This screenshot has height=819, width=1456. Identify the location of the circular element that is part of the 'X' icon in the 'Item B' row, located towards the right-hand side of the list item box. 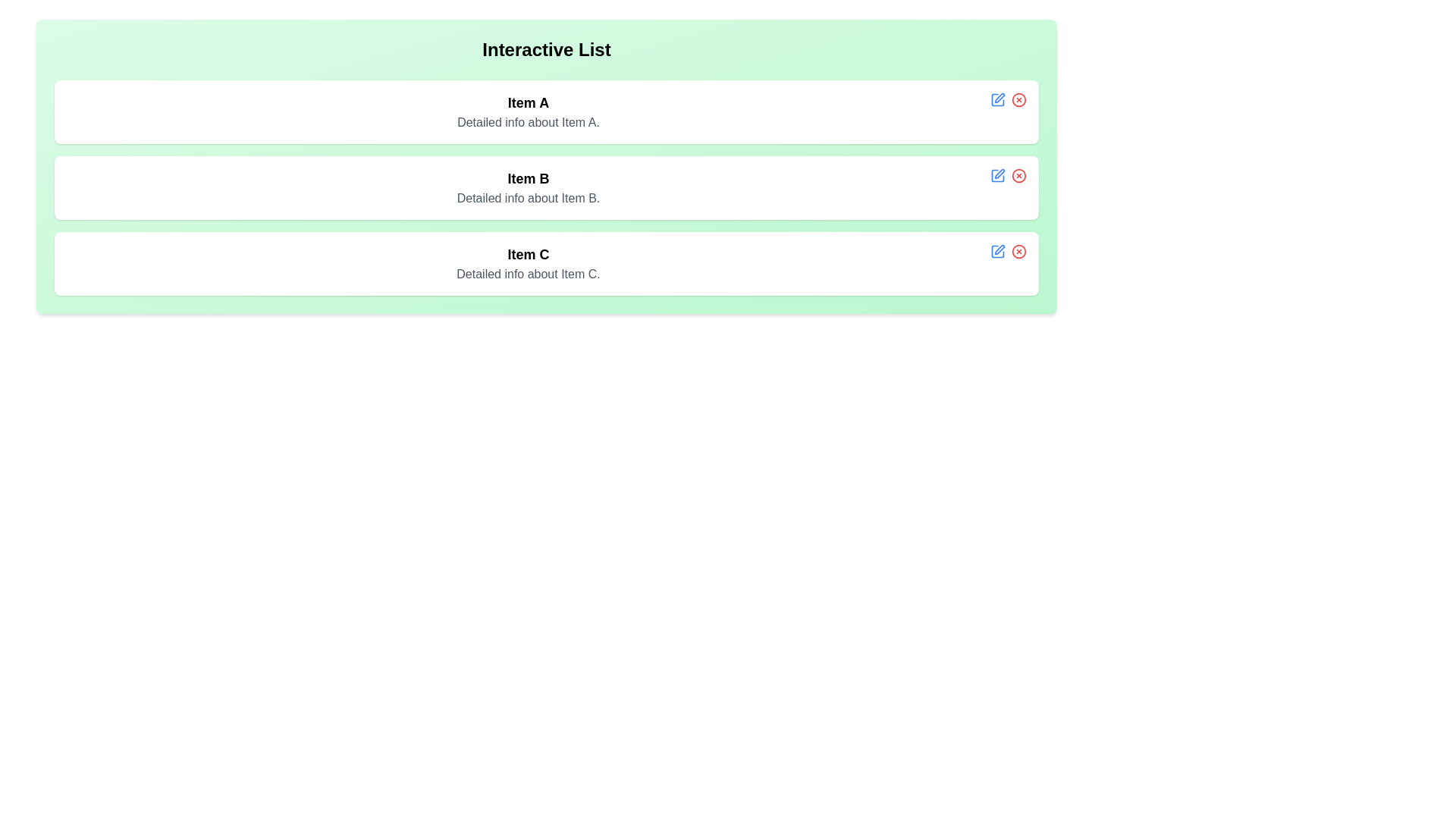
(1019, 174).